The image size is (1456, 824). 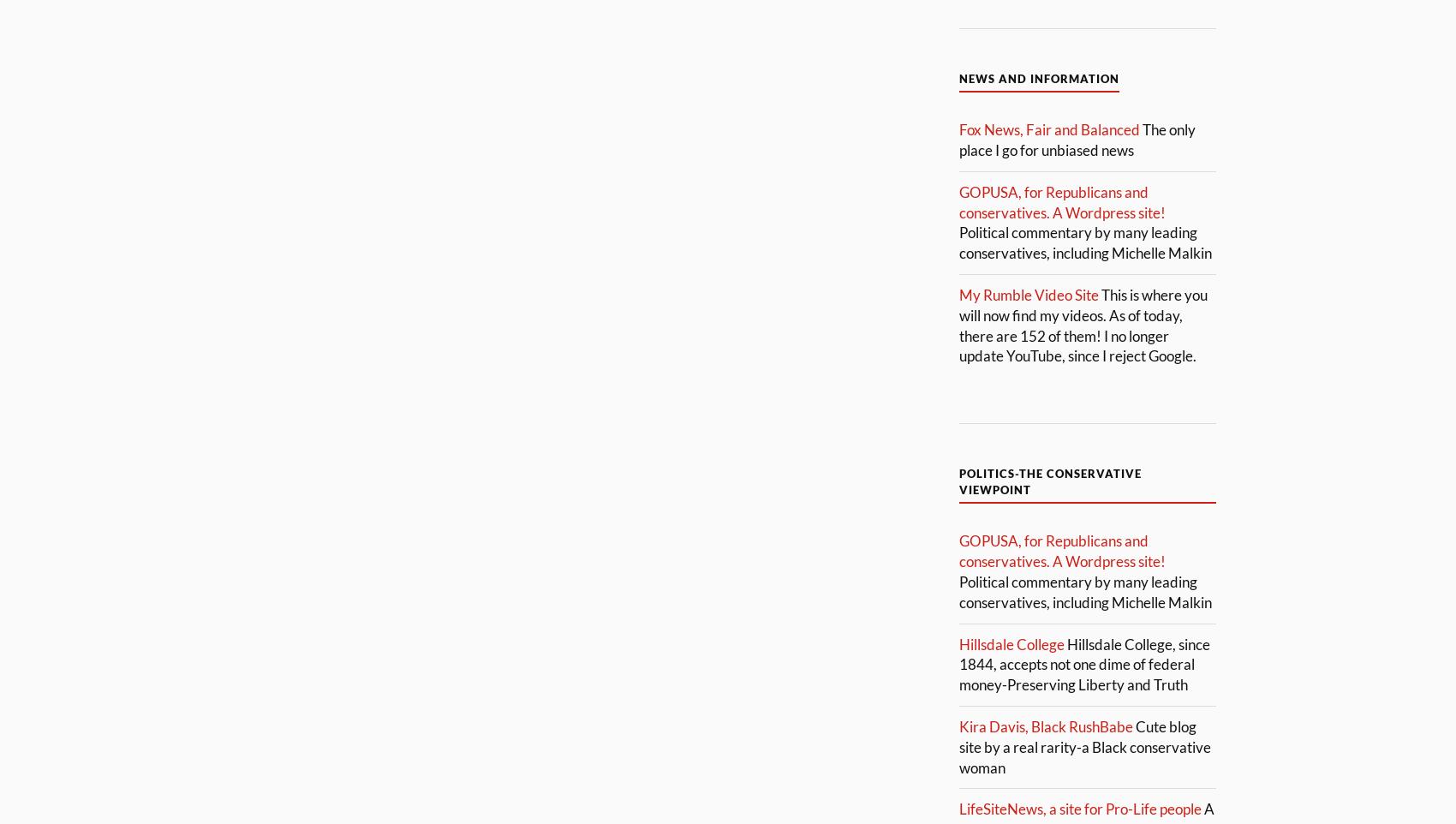 I want to click on 'Politics-the Conservative Viewpoint', so click(x=1049, y=481).